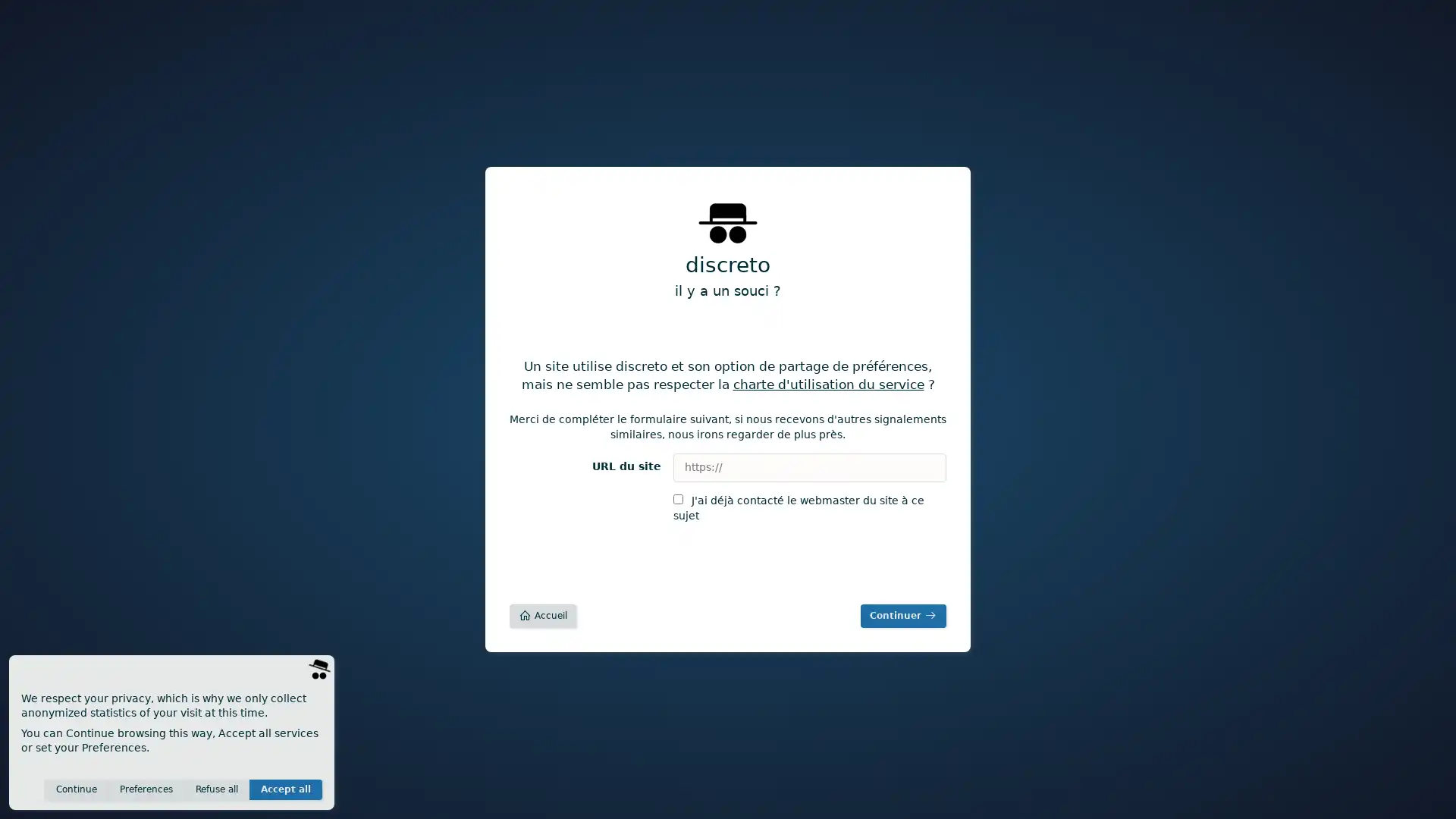 The width and height of the screenshot is (1456, 819). What do you see at coordinates (216, 789) in the screenshot?
I see `Refuse all` at bounding box center [216, 789].